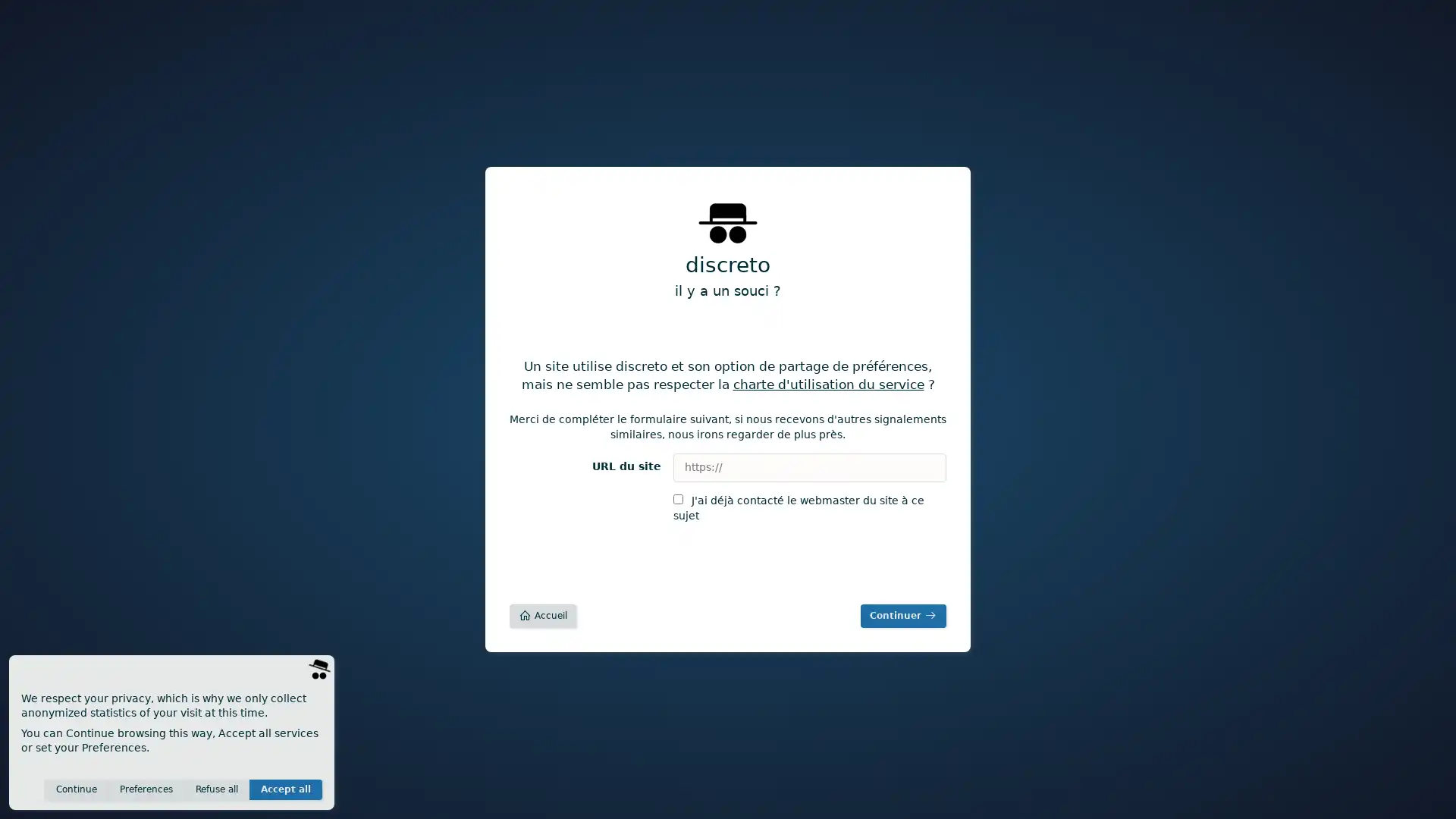 The width and height of the screenshot is (1456, 819). What do you see at coordinates (216, 789) in the screenshot?
I see `Refuse all` at bounding box center [216, 789].